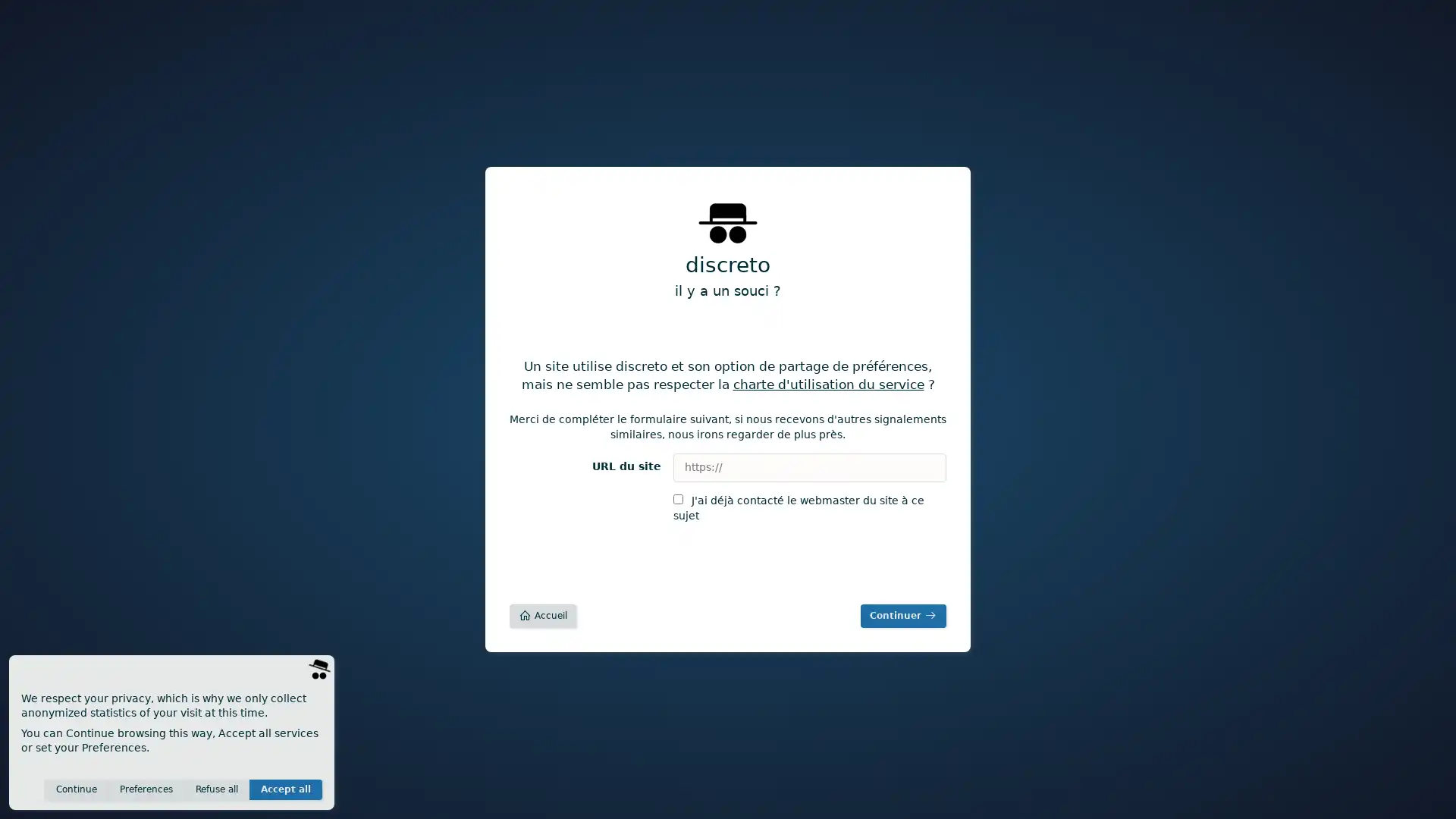 The width and height of the screenshot is (1456, 819). What do you see at coordinates (216, 789) in the screenshot?
I see `Refuse all` at bounding box center [216, 789].